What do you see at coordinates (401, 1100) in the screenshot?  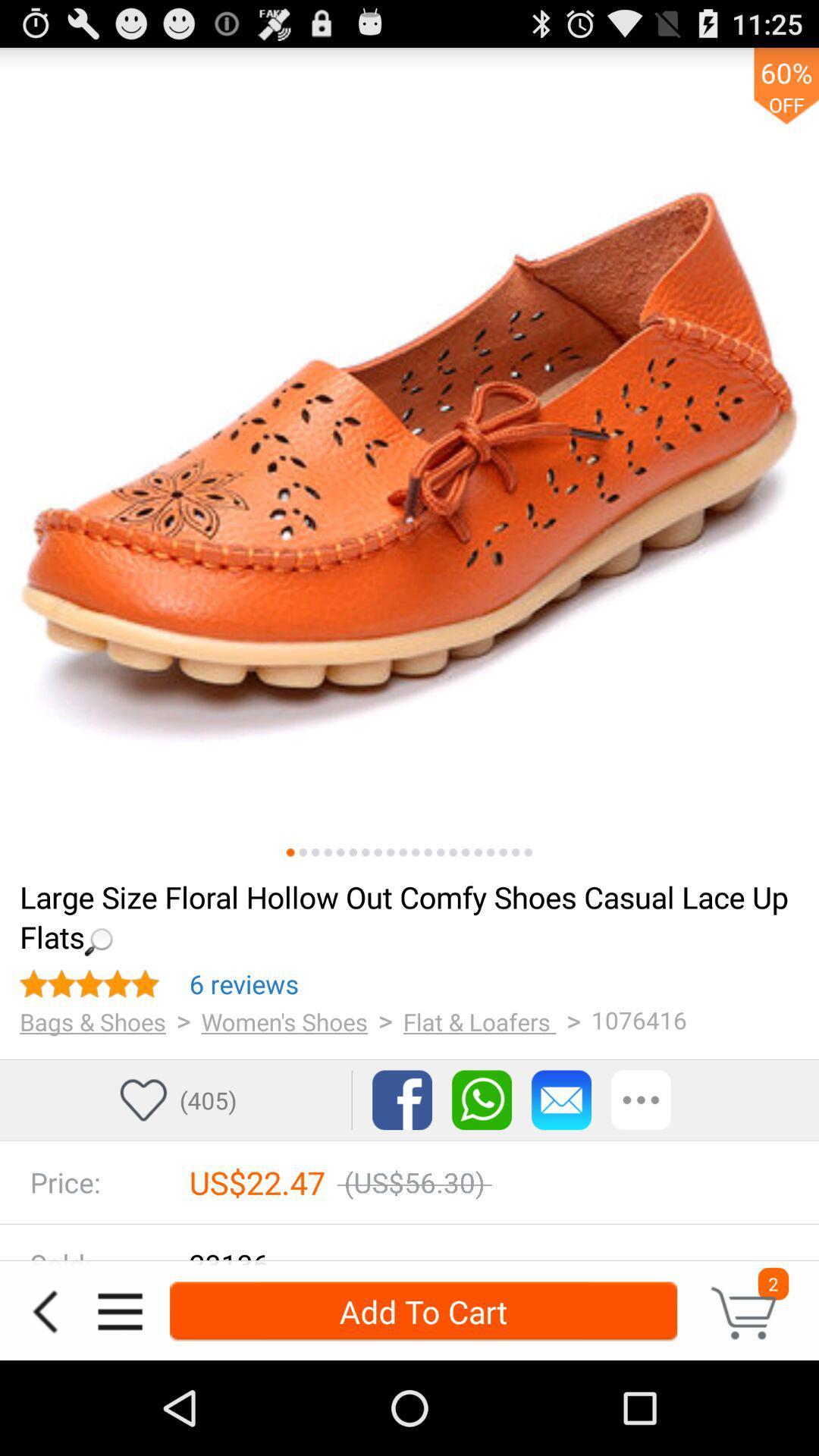 I see `facebook share` at bounding box center [401, 1100].